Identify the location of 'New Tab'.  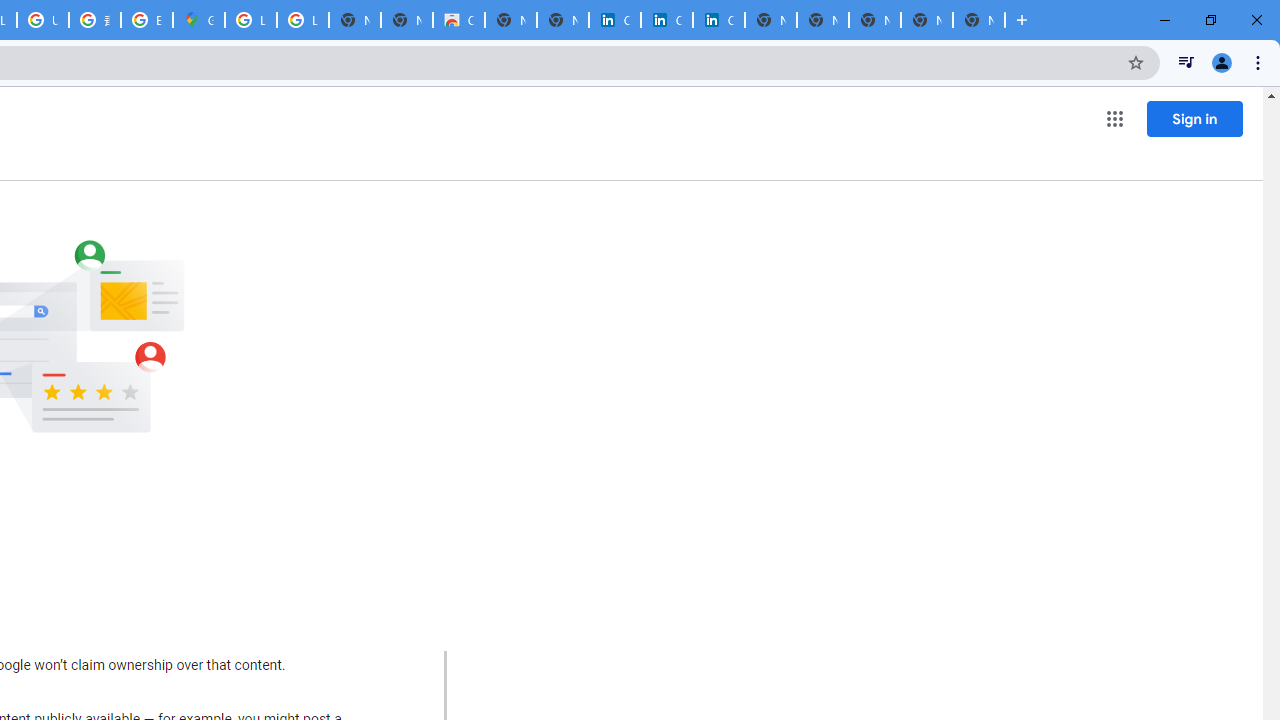
(979, 20).